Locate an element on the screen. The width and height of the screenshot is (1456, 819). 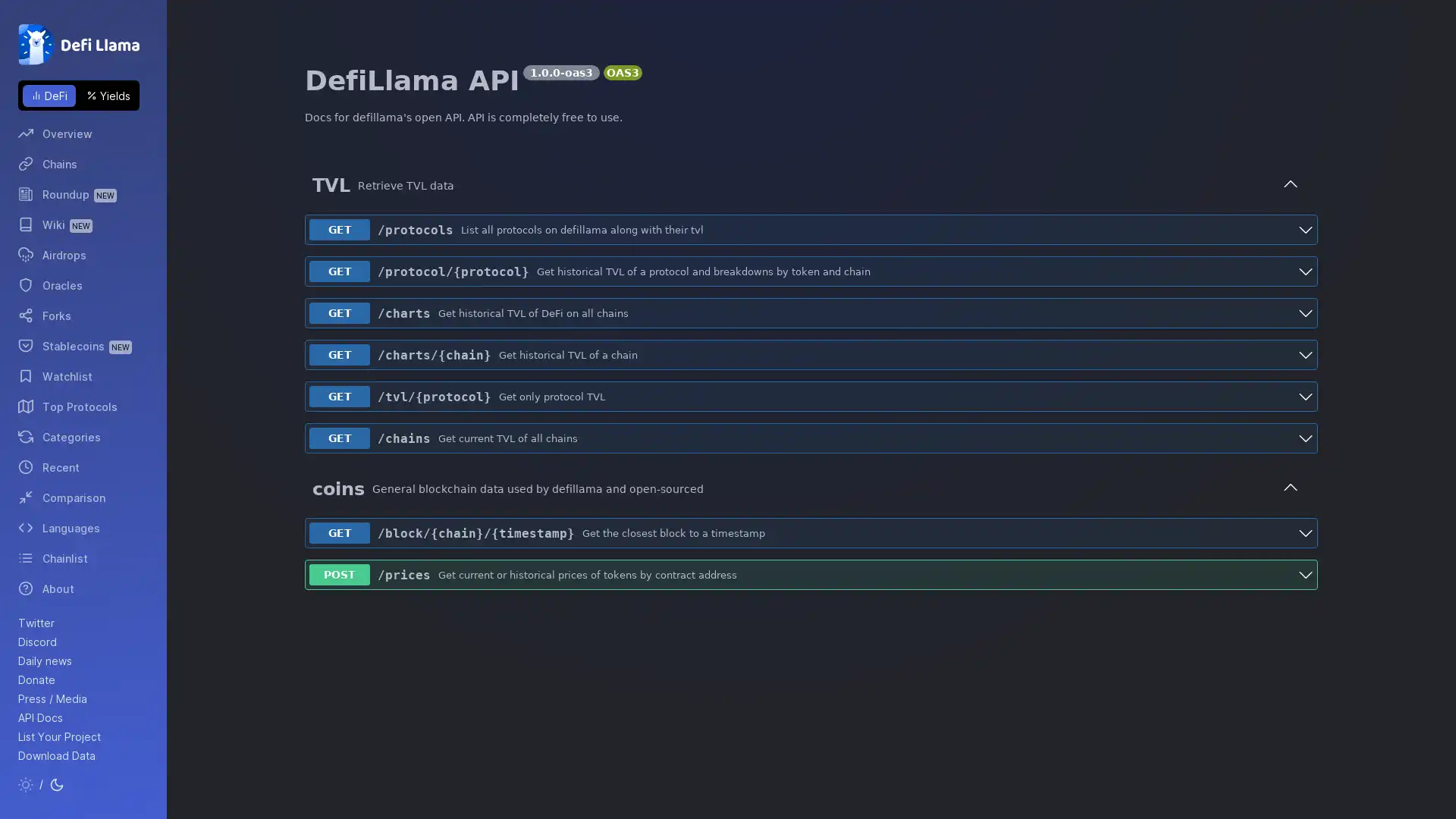
get /chains is located at coordinates (811, 438).